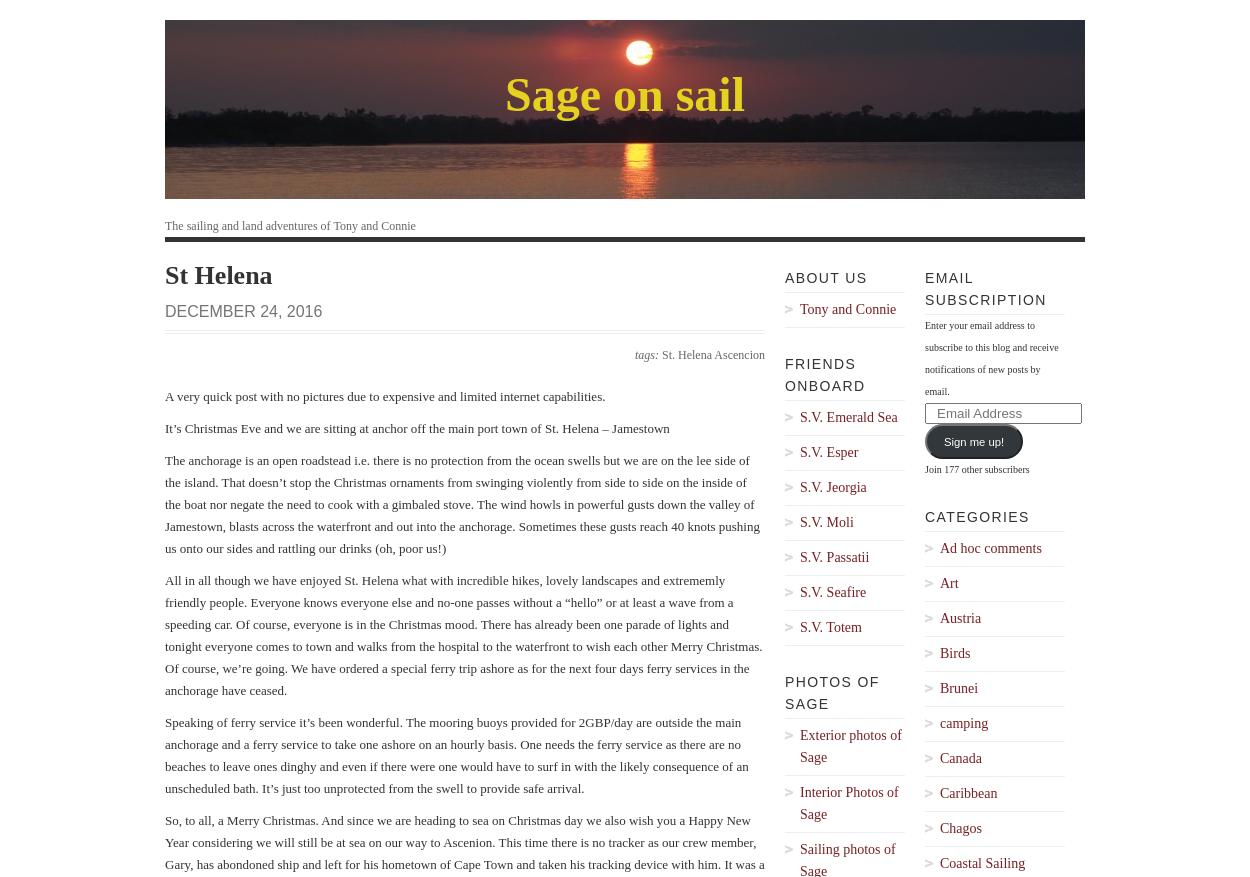  What do you see at coordinates (217, 275) in the screenshot?
I see `'St Helena'` at bounding box center [217, 275].